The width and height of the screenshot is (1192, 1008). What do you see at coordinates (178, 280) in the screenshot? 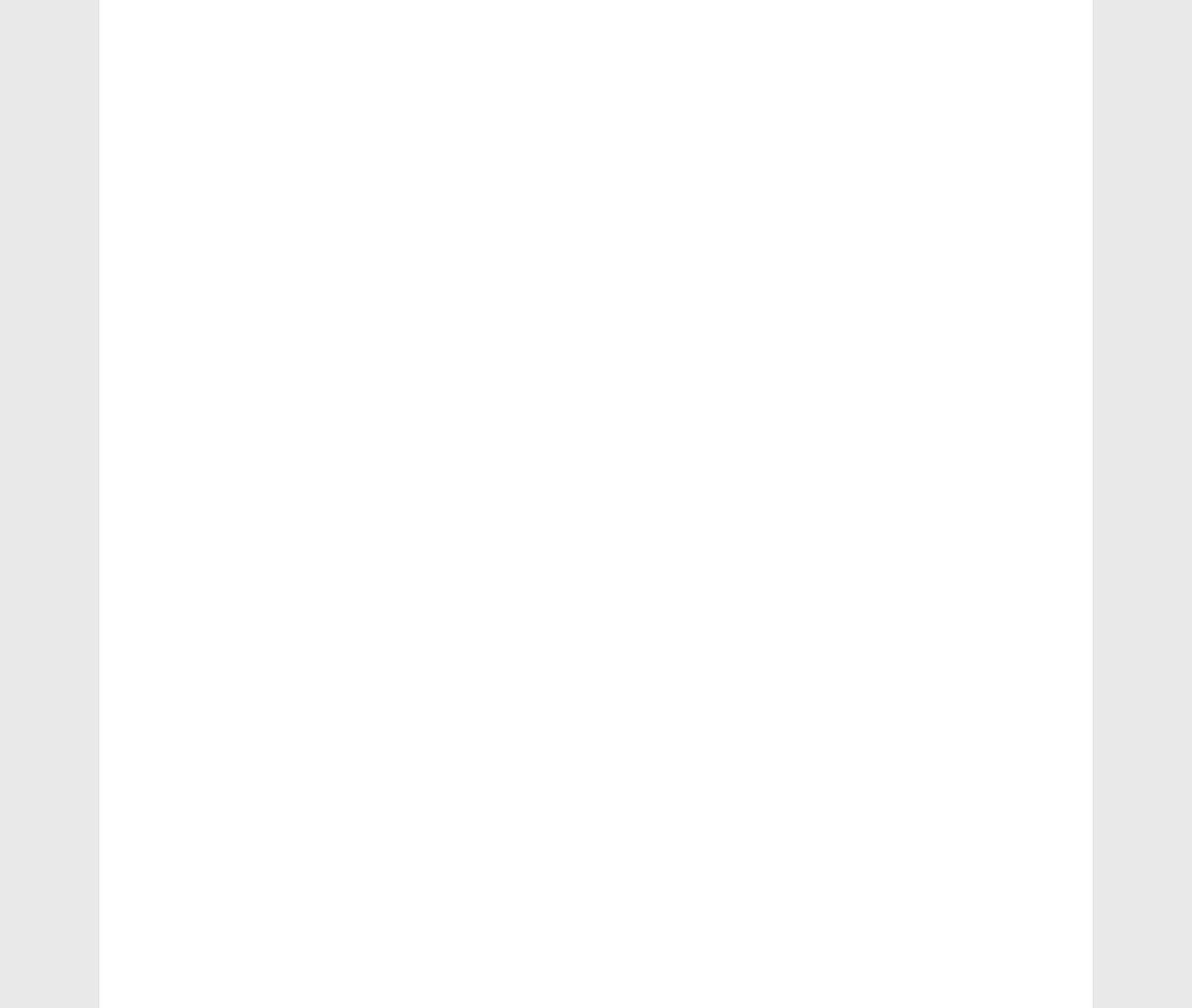
I see `'physics'` at bounding box center [178, 280].